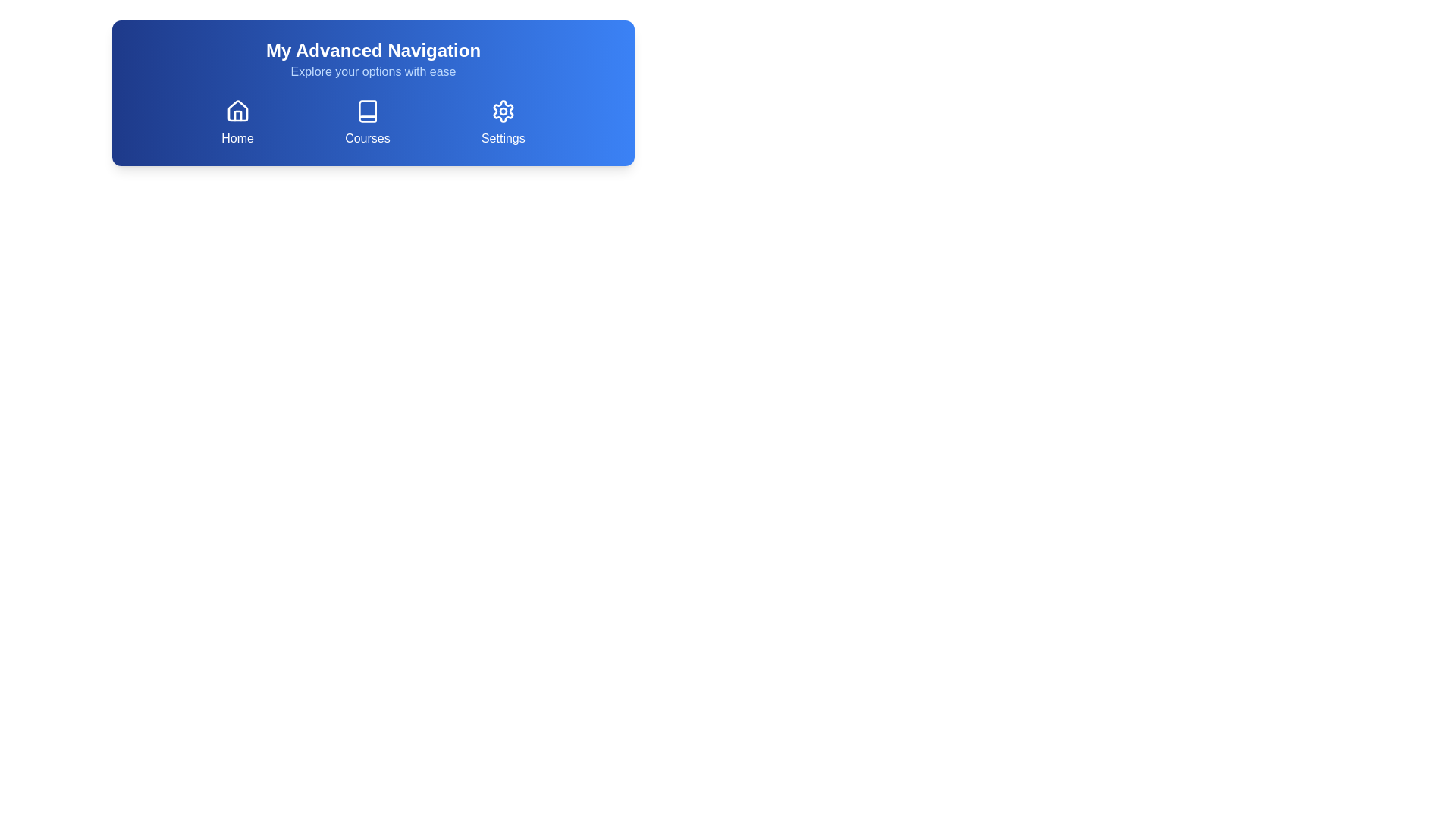 This screenshot has height=819, width=1456. Describe the element at coordinates (367, 110) in the screenshot. I see `the blue closed book icon located in the 'Courses' section of the navigation interface` at that location.